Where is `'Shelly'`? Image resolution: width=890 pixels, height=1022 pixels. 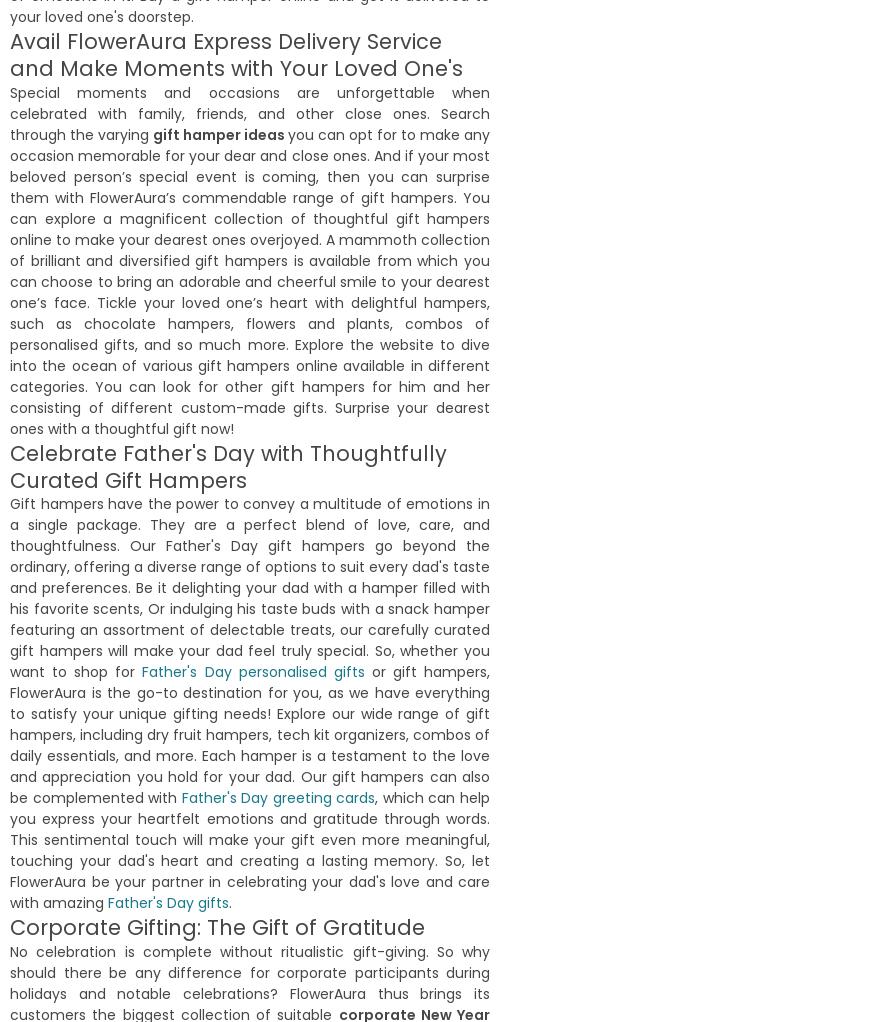
'Shelly' is located at coordinates (21, 288).